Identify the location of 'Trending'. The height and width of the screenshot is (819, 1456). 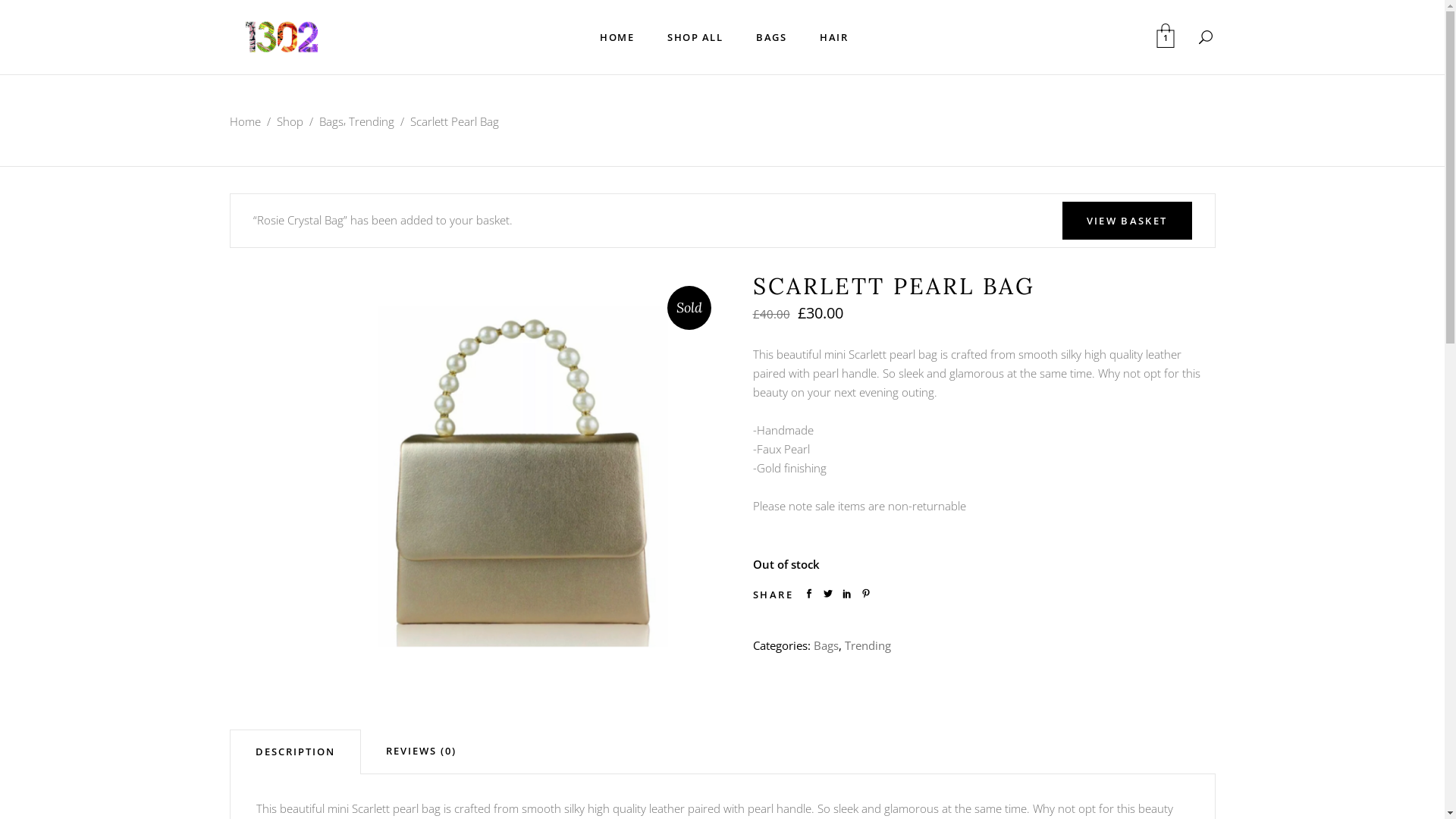
(348, 121).